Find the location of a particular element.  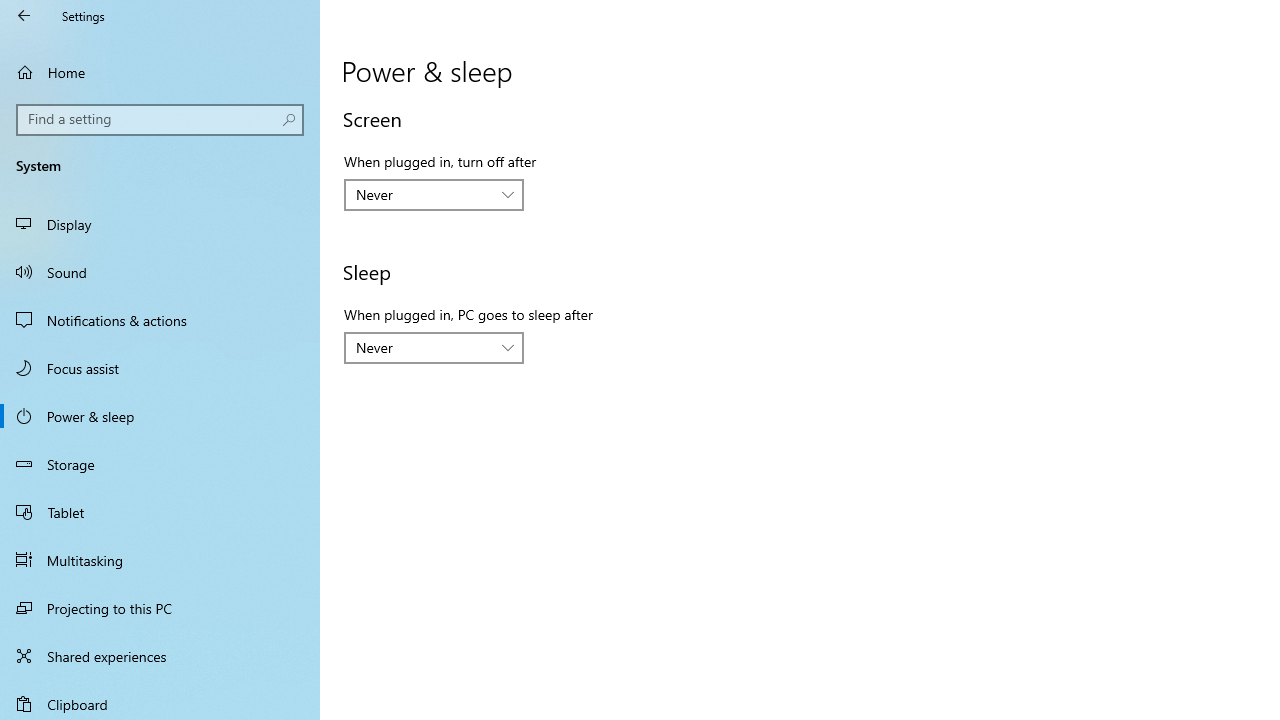

'When plugged in, turn off after' is located at coordinates (432, 195).